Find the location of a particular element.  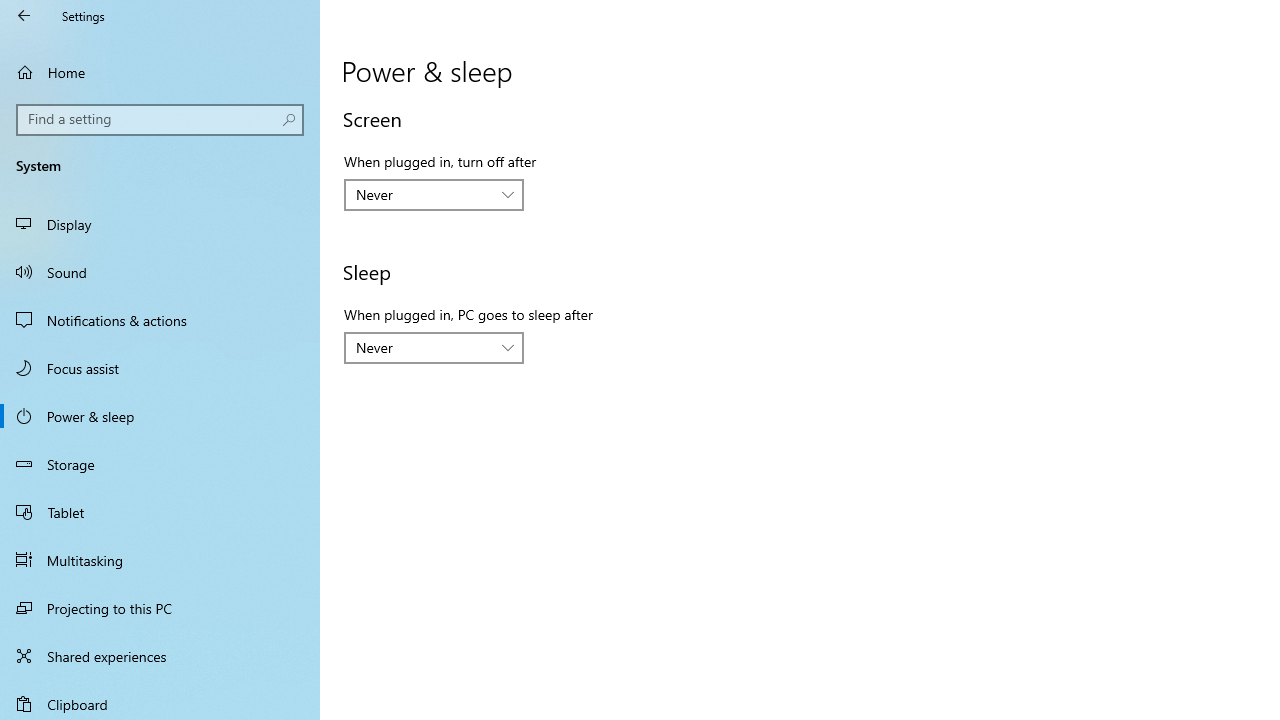

'When plugged in, turn off after' is located at coordinates (432, 195).